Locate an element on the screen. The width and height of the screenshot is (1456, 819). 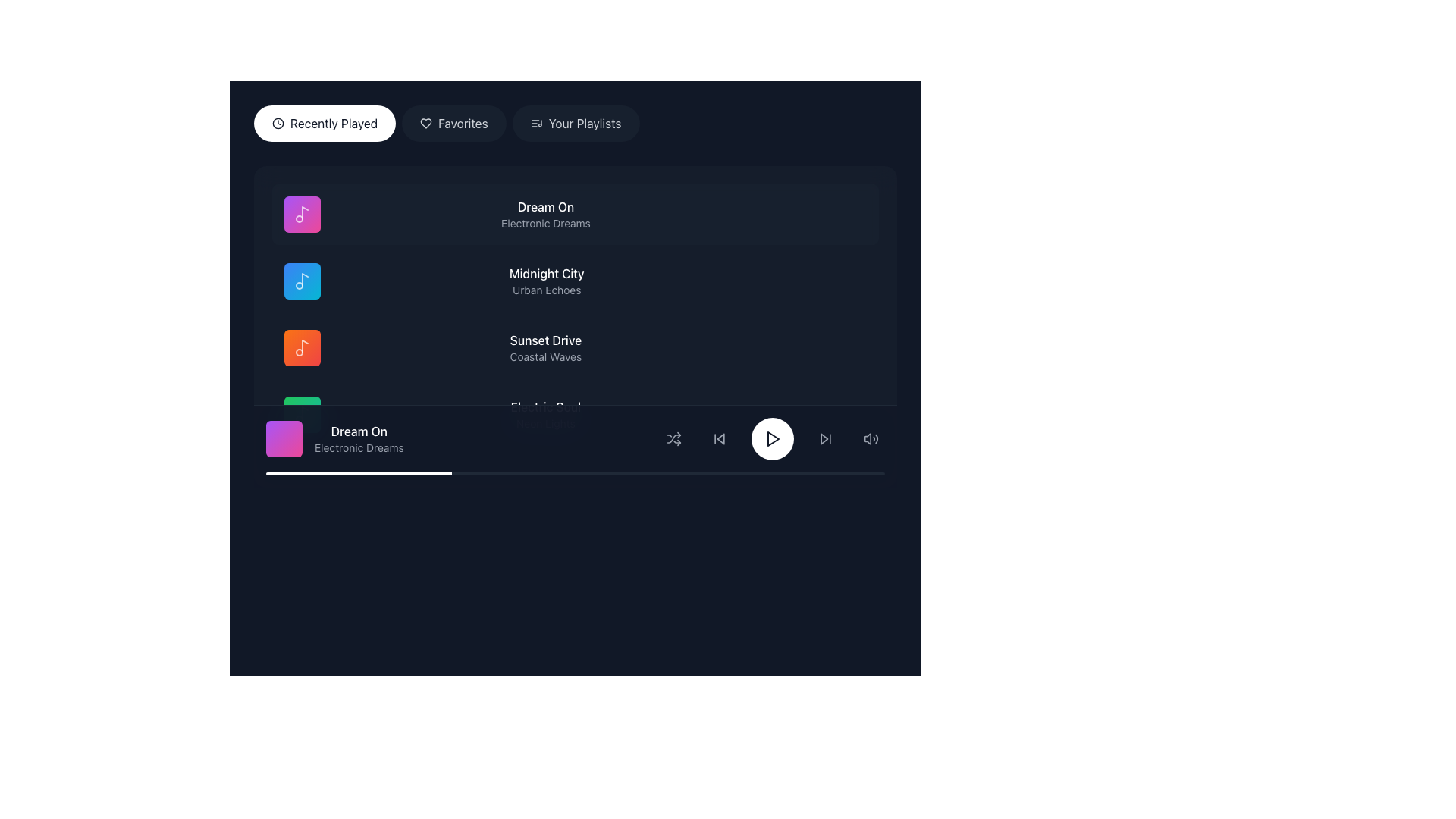
the volume control icon button located in the bottom-right corner of the music player interface is located at coordinates (871, 438).